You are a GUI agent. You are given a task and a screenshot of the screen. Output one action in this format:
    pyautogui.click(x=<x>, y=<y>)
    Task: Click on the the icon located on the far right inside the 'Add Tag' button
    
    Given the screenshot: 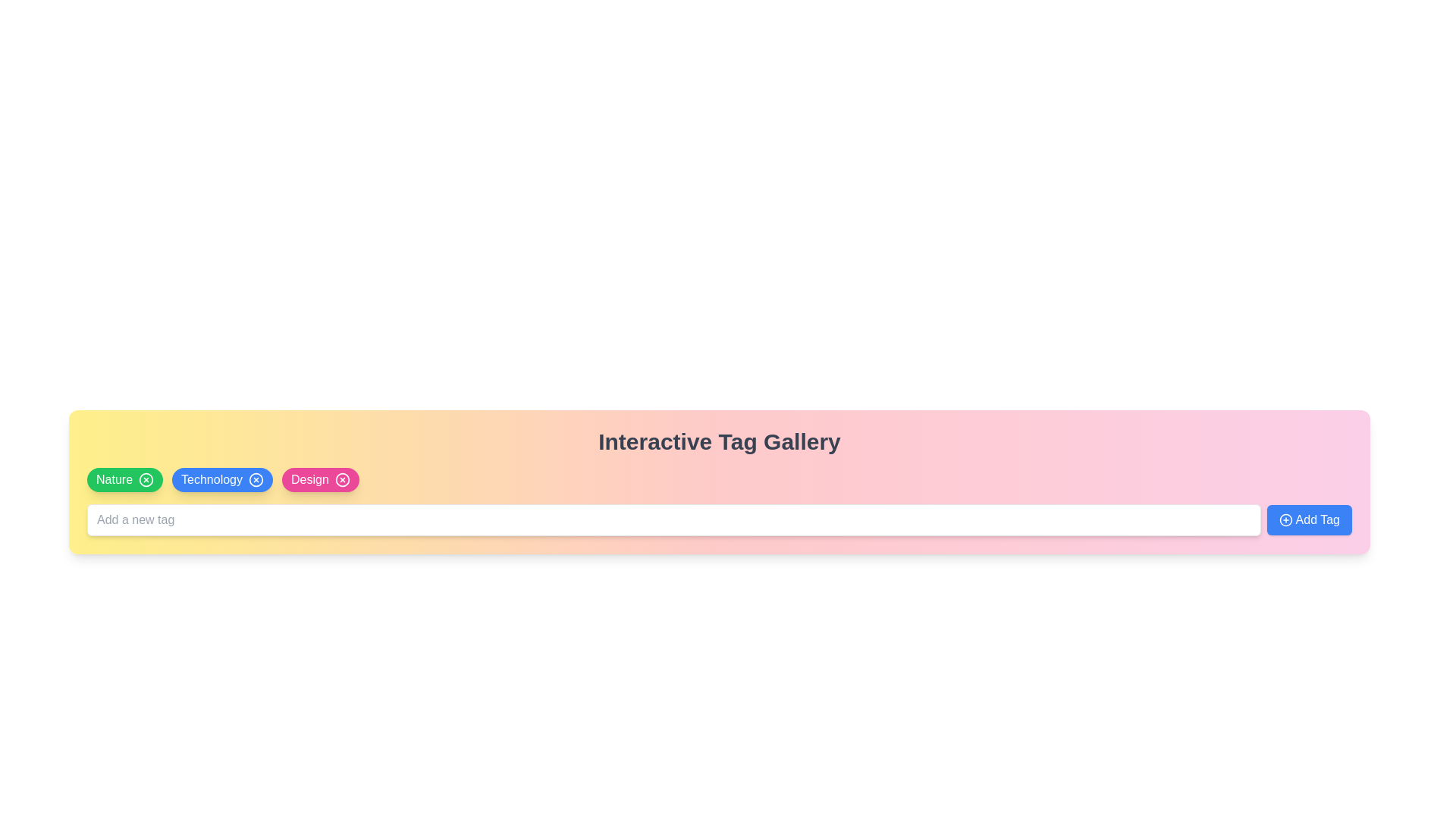 What is the action you would take?
    pyautogui.click(x=1285, y=519)
    